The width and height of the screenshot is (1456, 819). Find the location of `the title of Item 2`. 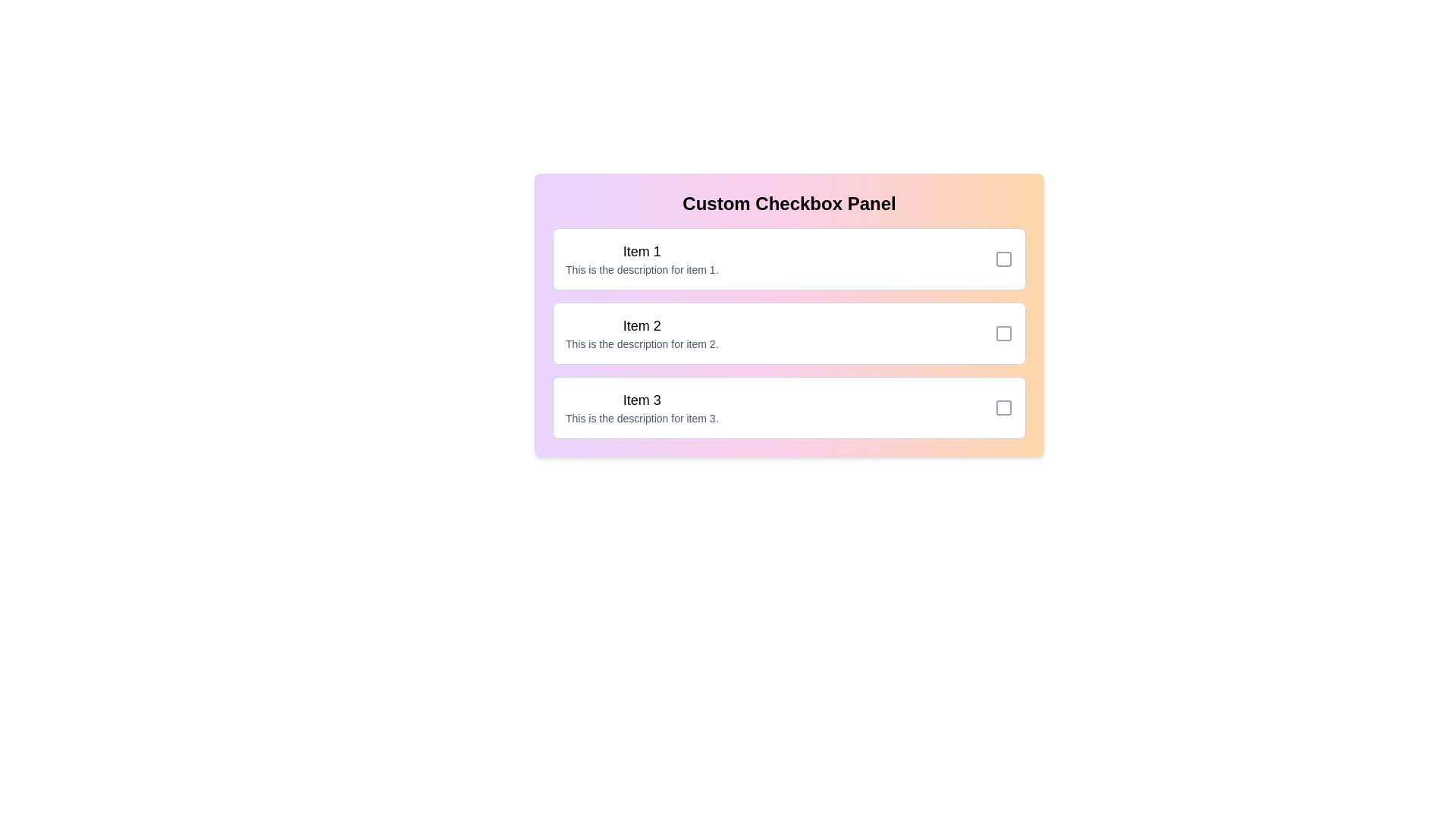

the title of Item 2 is located at coordinates (642, 325).